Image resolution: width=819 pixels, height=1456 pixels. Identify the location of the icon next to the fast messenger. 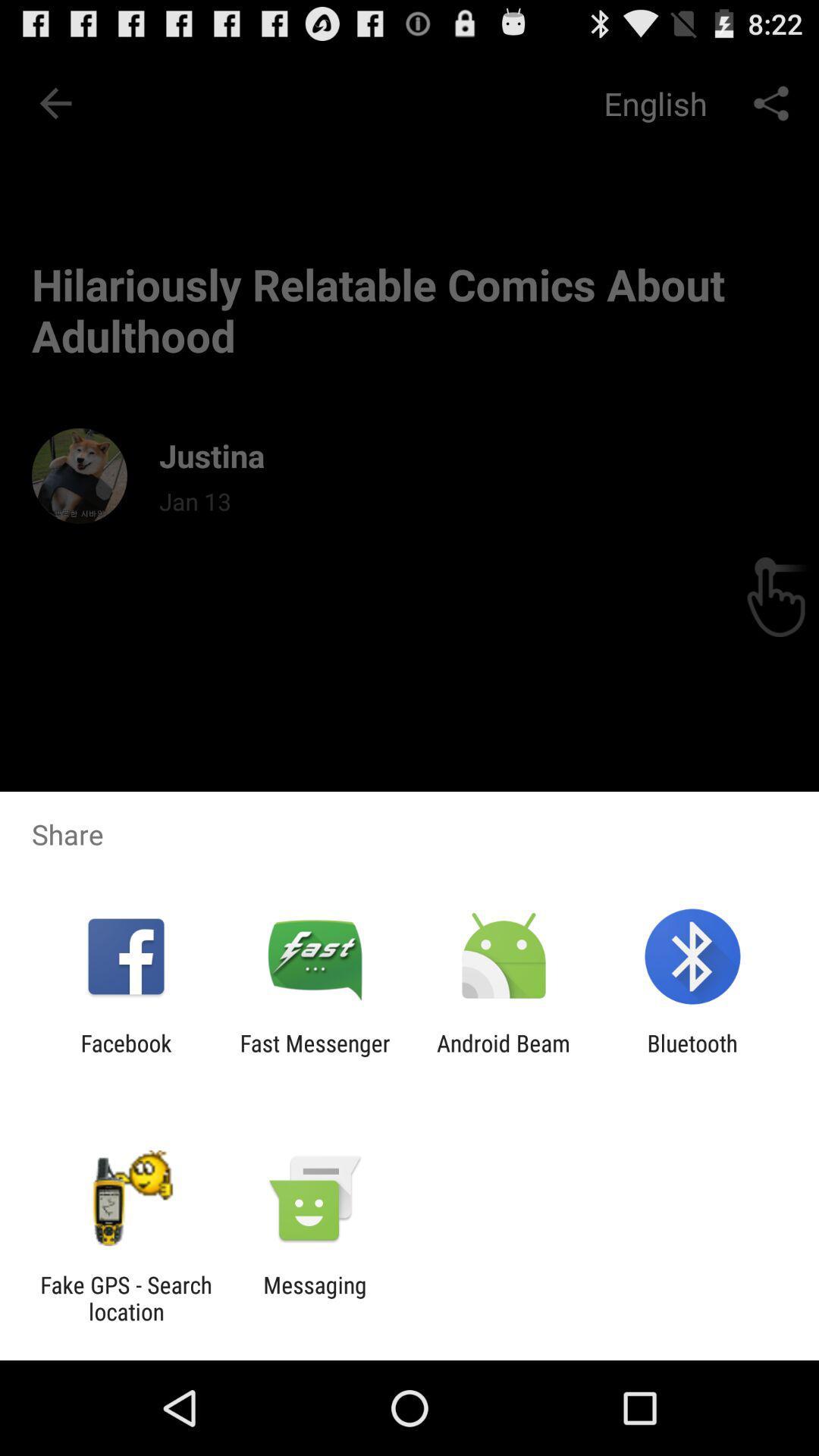
(125, 1056).